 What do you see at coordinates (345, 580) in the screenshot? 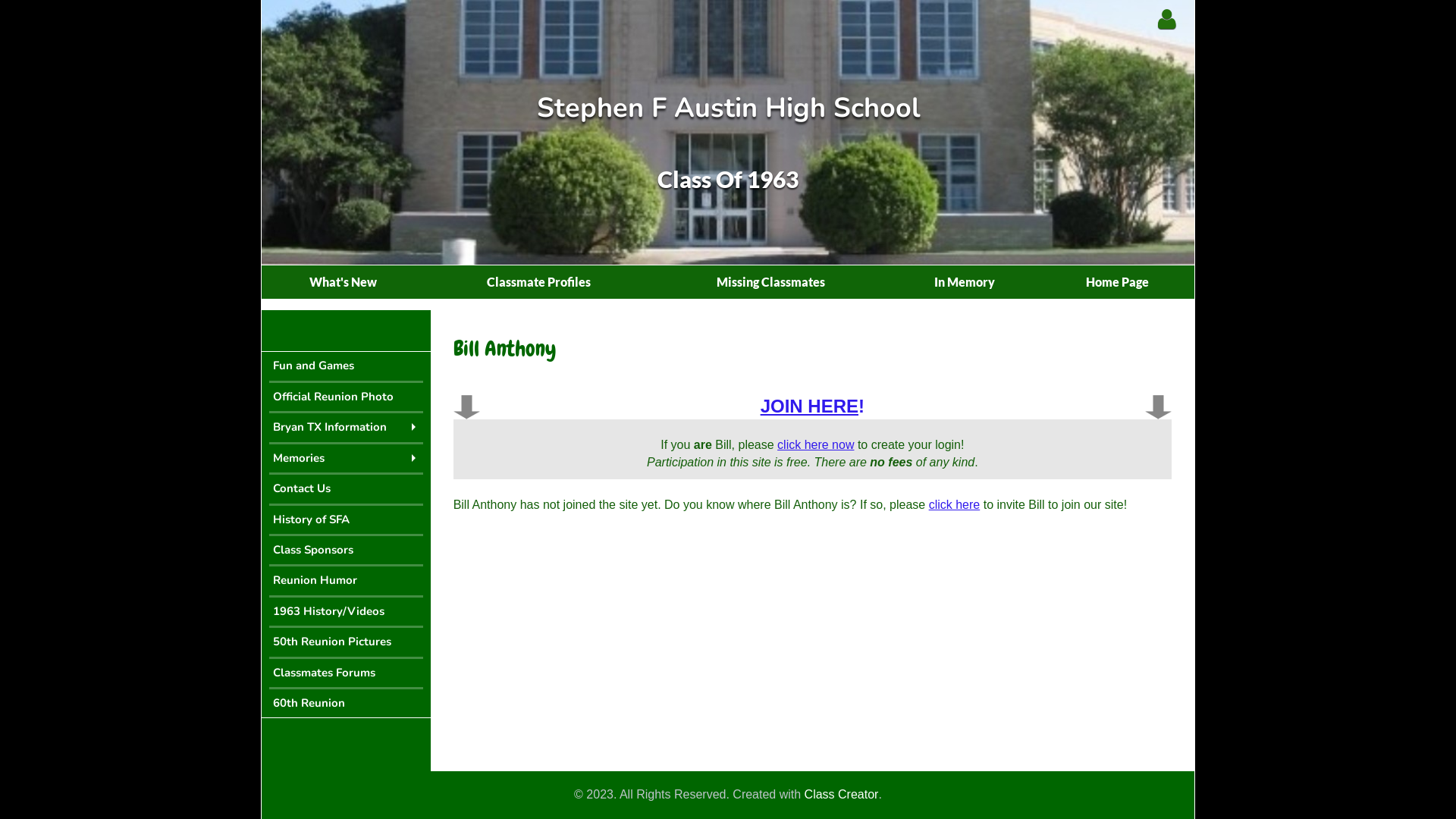
I see `'Reunion Humor'` at bounding box center [345, 580].